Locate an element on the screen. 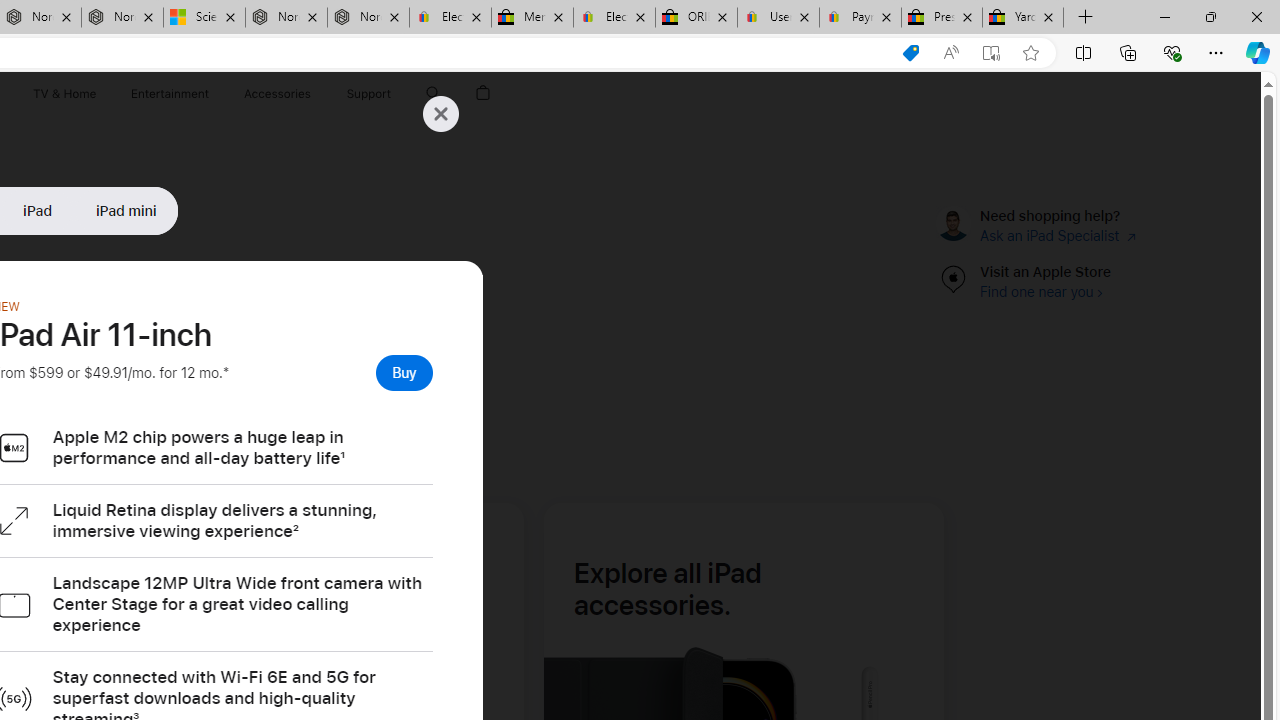  'Yard, Garden & Outdoor Living' is located at coordinates (1023, 17).